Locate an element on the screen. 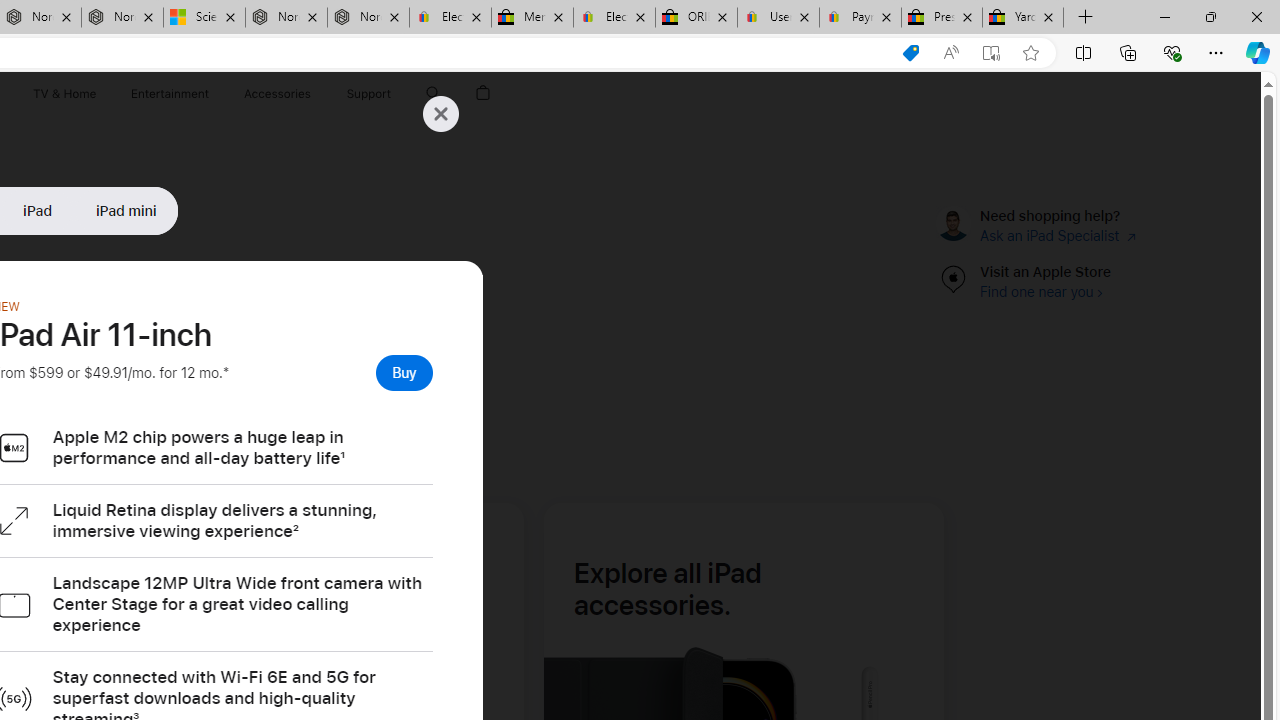  'Yard, Garden & Outdoor Living' is located at coordinates (1023, 17).